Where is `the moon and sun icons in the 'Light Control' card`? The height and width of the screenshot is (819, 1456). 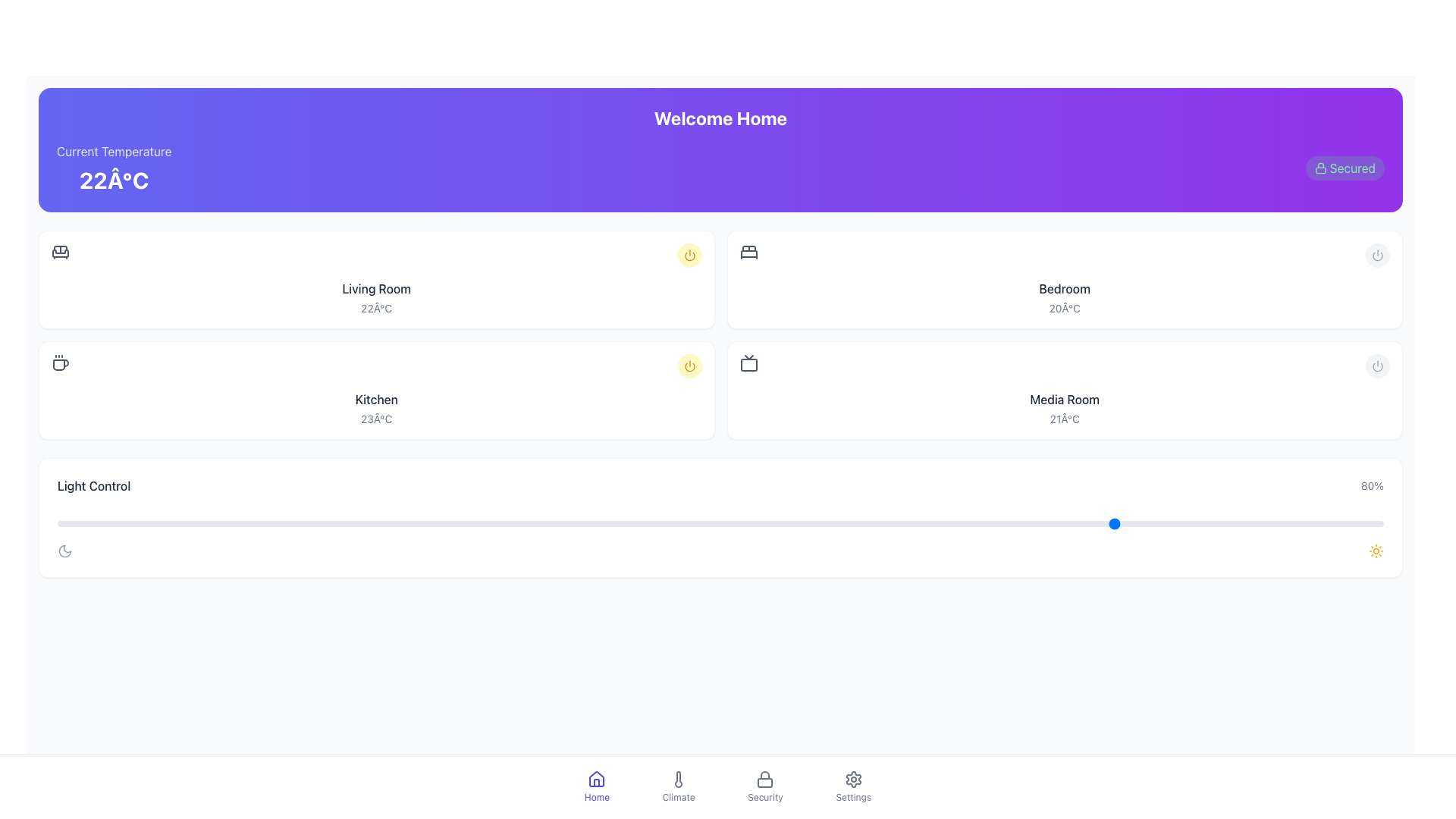
the moon and sun icons in the 'Light Control' card is located at coordinates (720, 551).